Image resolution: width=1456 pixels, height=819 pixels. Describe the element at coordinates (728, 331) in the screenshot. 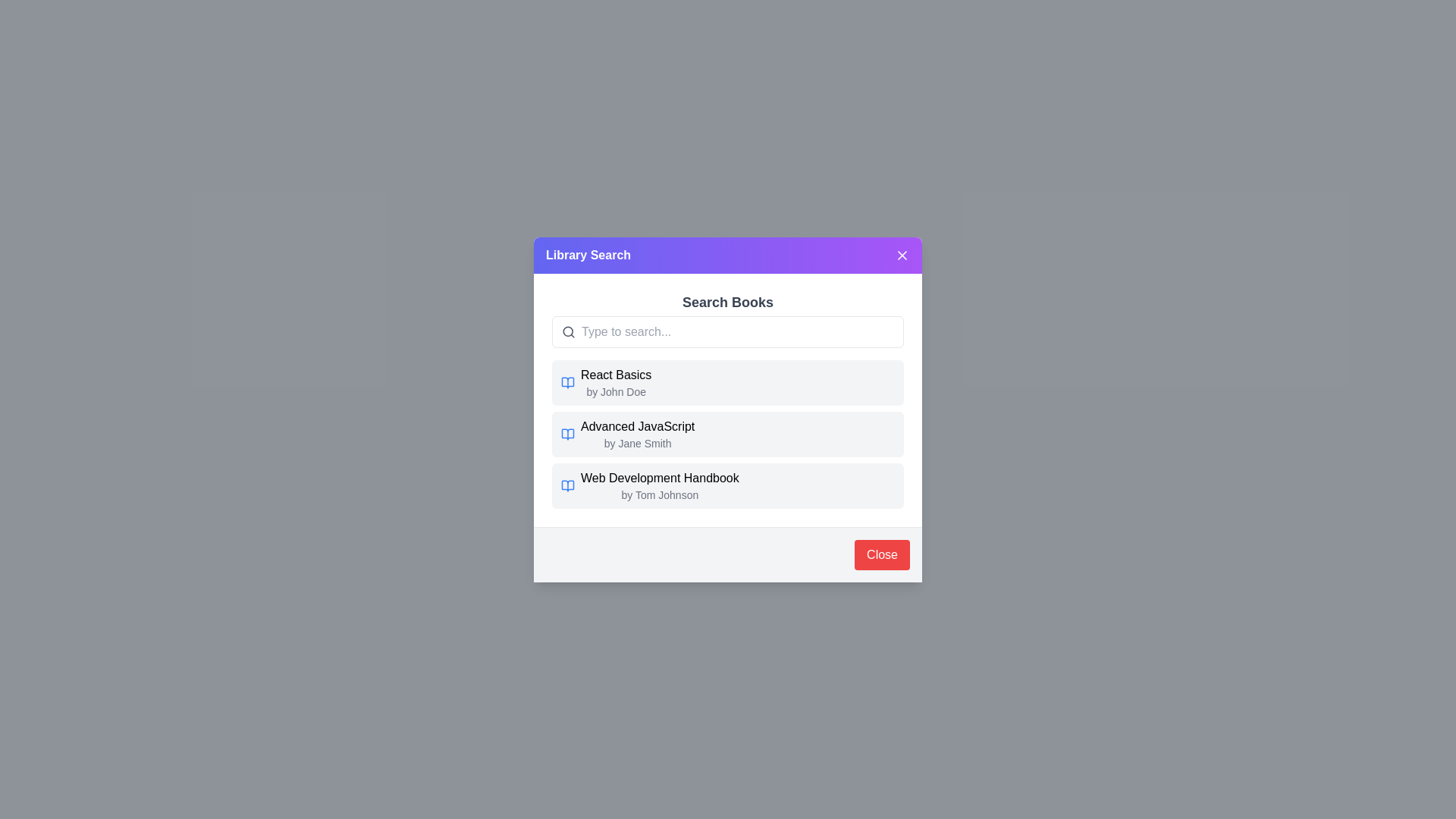

I see `inside the search input field located in the 'Search Books' dialog box to focus on it` at that location.